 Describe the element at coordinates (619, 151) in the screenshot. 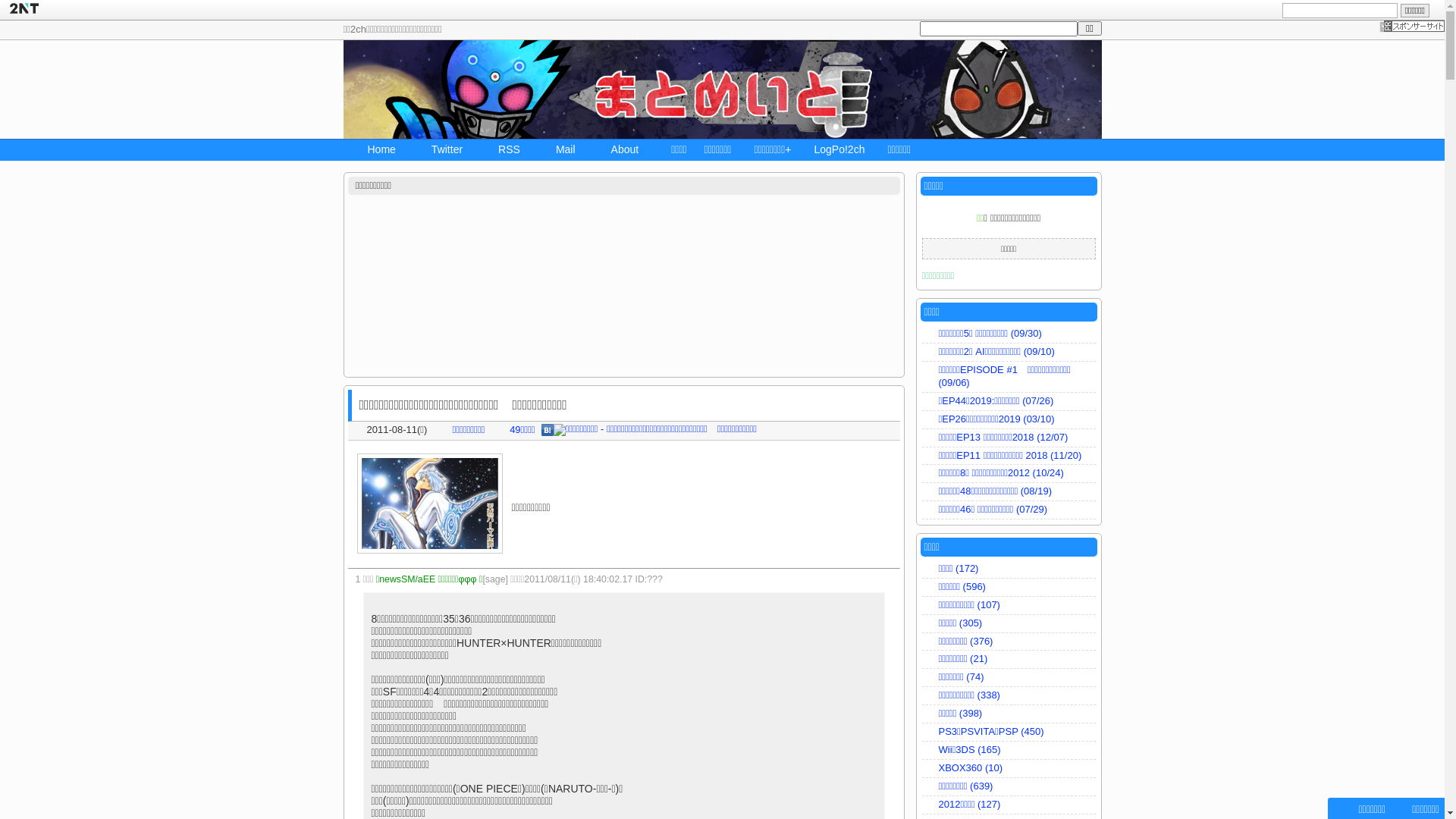

I see `'About'` at that location.